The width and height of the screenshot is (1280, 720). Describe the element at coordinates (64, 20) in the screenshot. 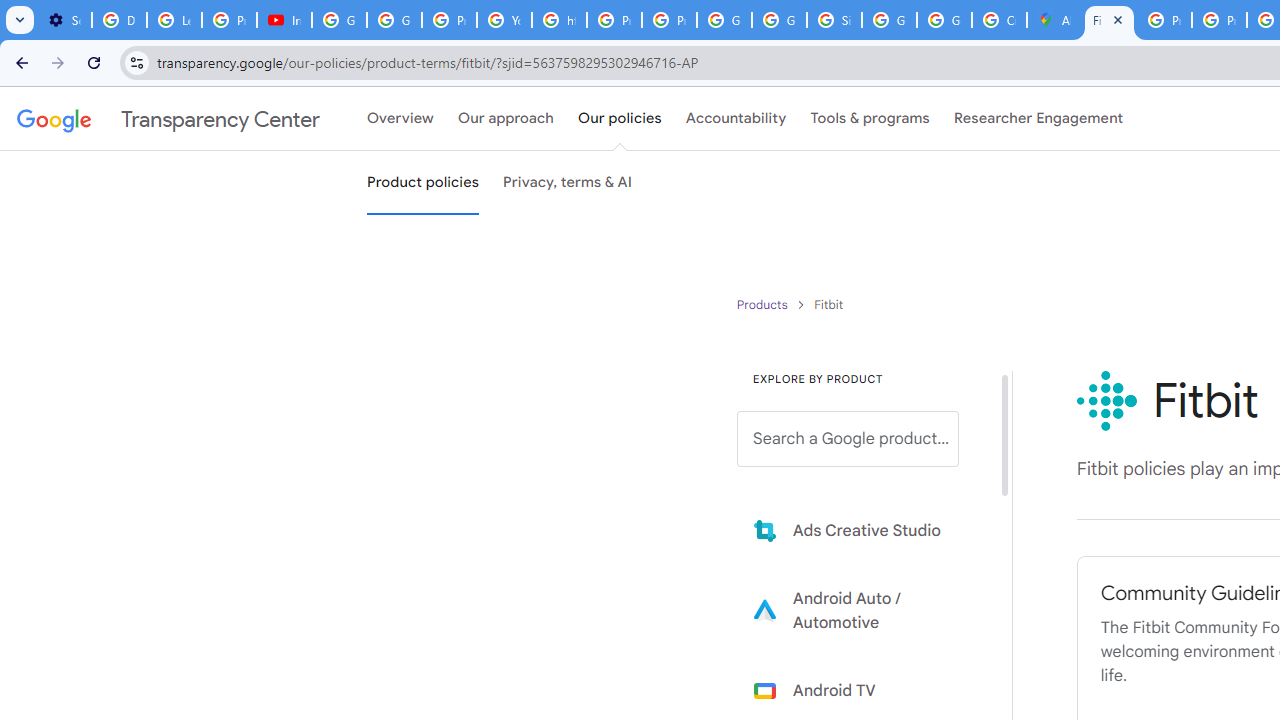

I see `'Settings - Performance'` at that location.